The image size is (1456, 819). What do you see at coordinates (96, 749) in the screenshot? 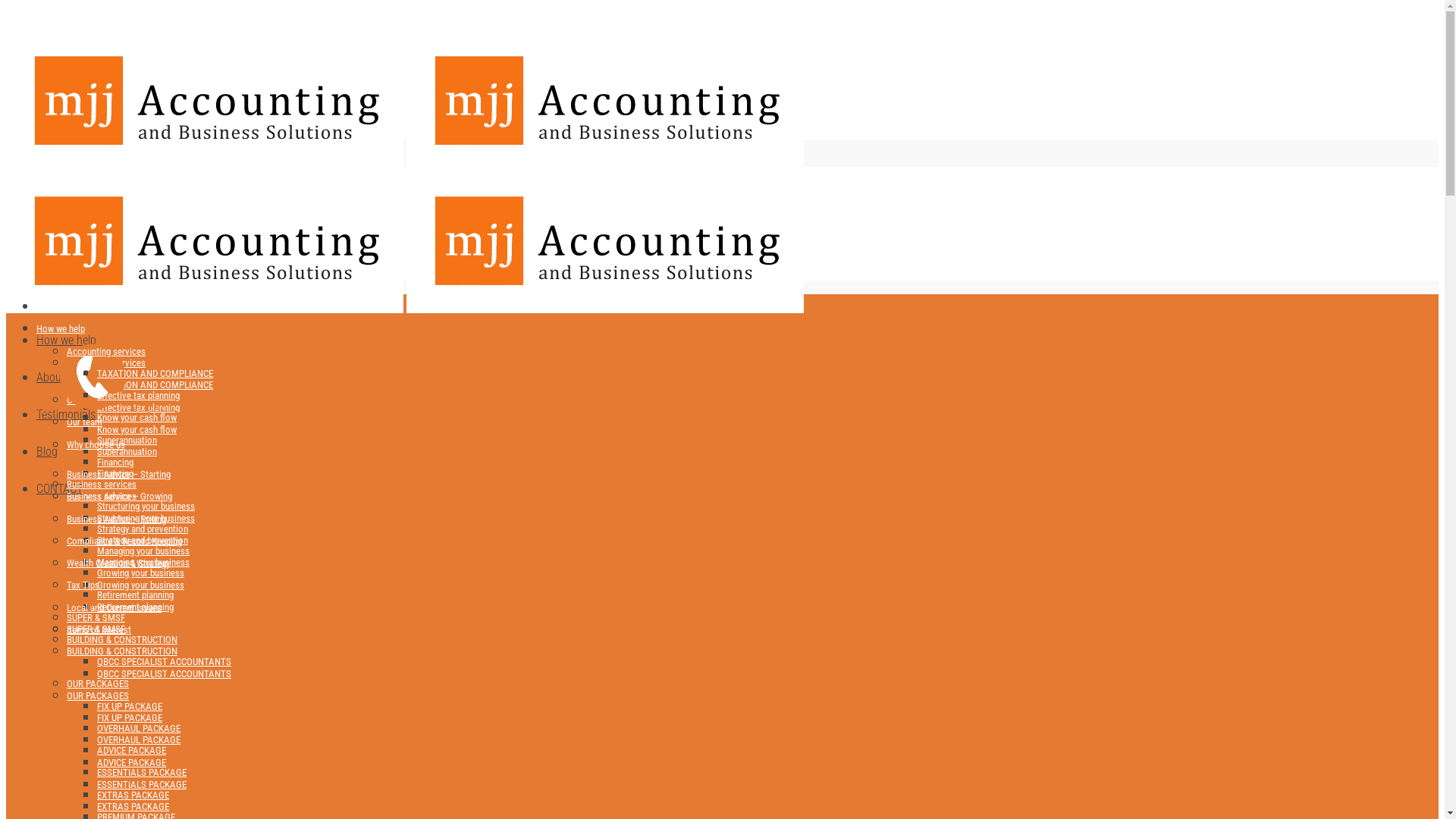
I see `'ADVICE PACKAGE'` at bounding box center [96, 749].